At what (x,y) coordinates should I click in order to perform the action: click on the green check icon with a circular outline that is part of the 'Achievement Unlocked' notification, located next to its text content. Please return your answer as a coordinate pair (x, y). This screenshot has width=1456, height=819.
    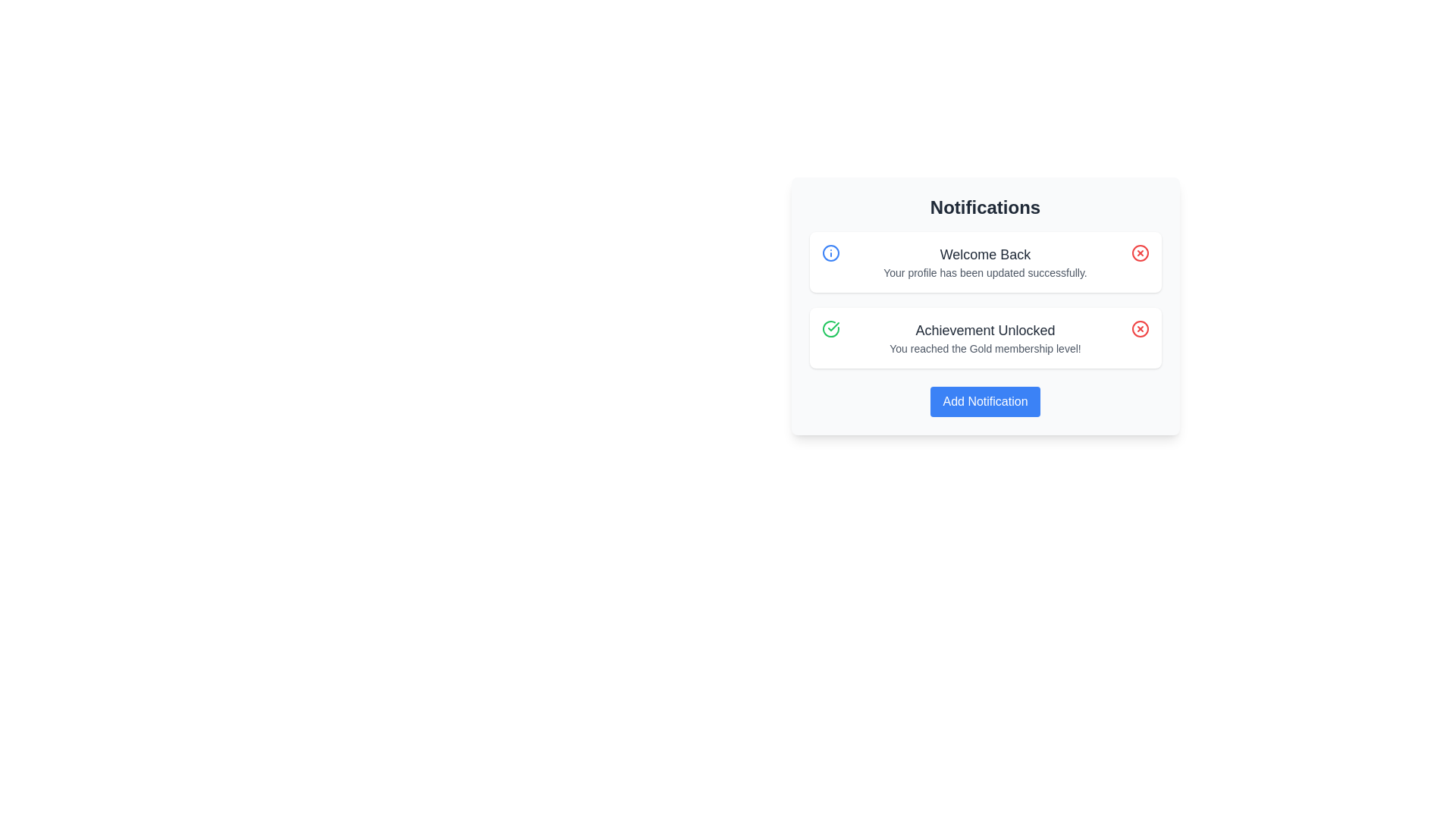
    Looking at the image, I should click on (833, 326).